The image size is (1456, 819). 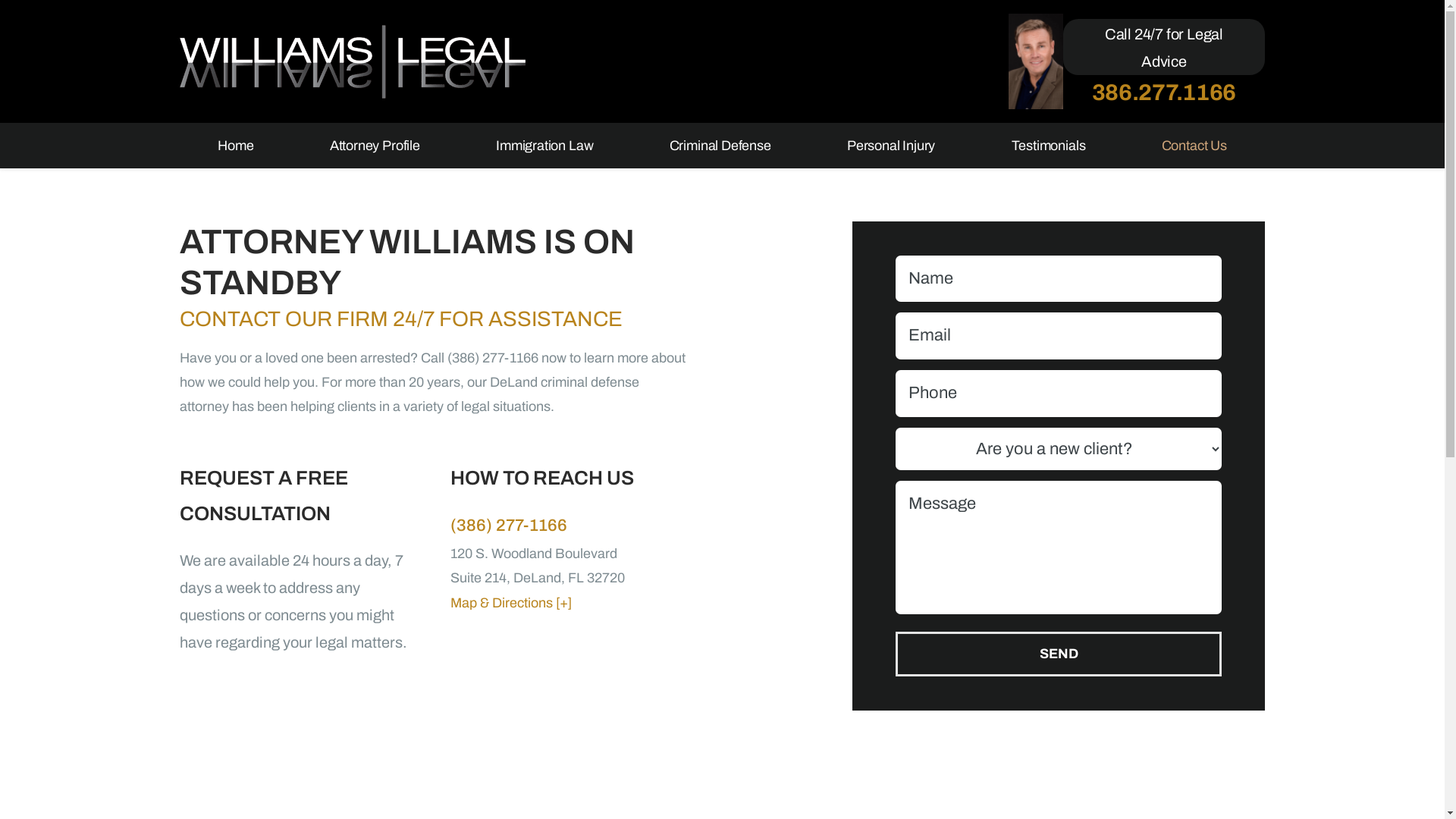 What do you see at coordinates (719, 146) in the screenshot?
I see `'Criminal Defense'` at bounding box center [719, 146].